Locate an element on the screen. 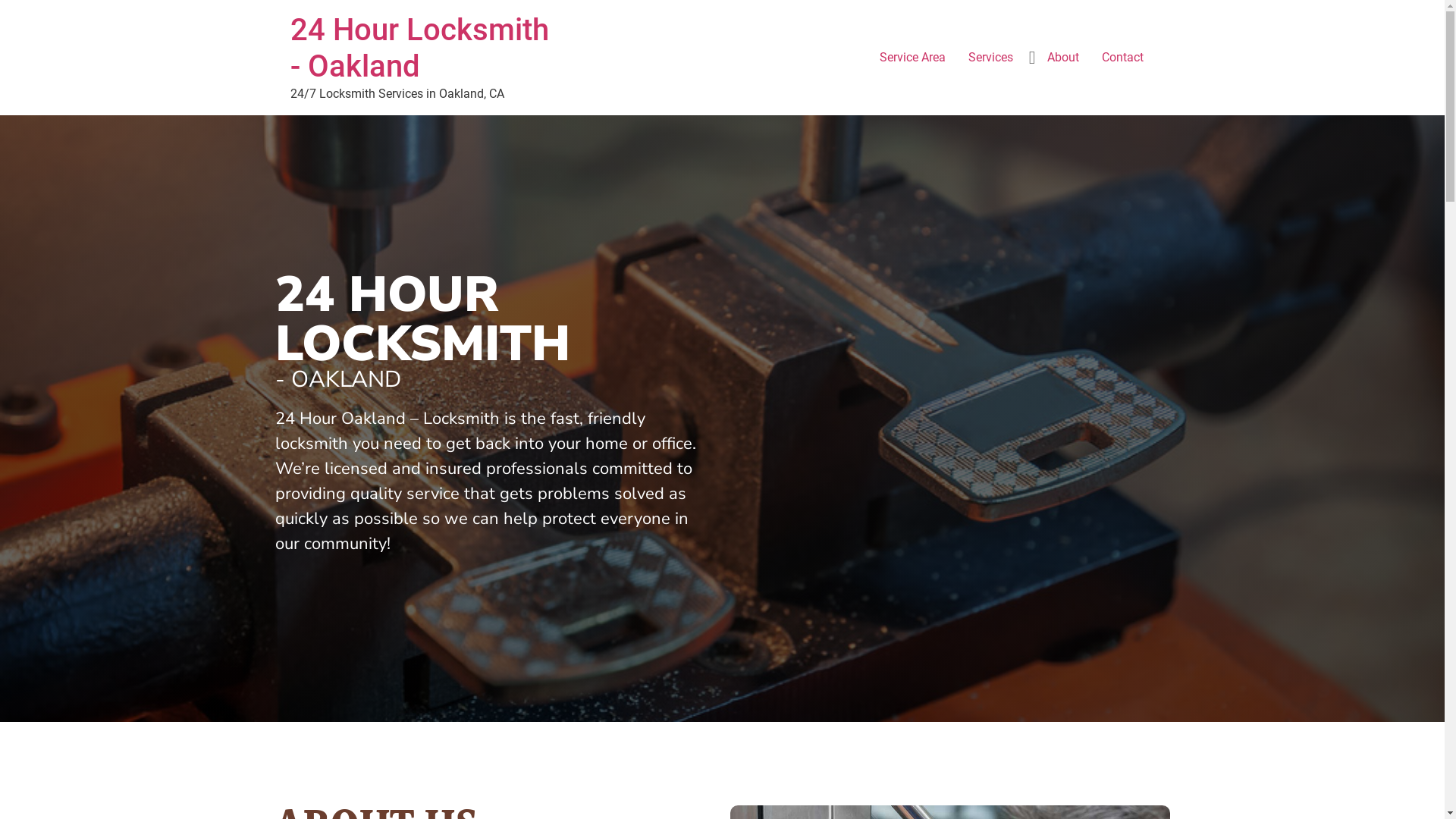 The image size is (1456, 819). 'Services' is located at coordinates (990, 57).